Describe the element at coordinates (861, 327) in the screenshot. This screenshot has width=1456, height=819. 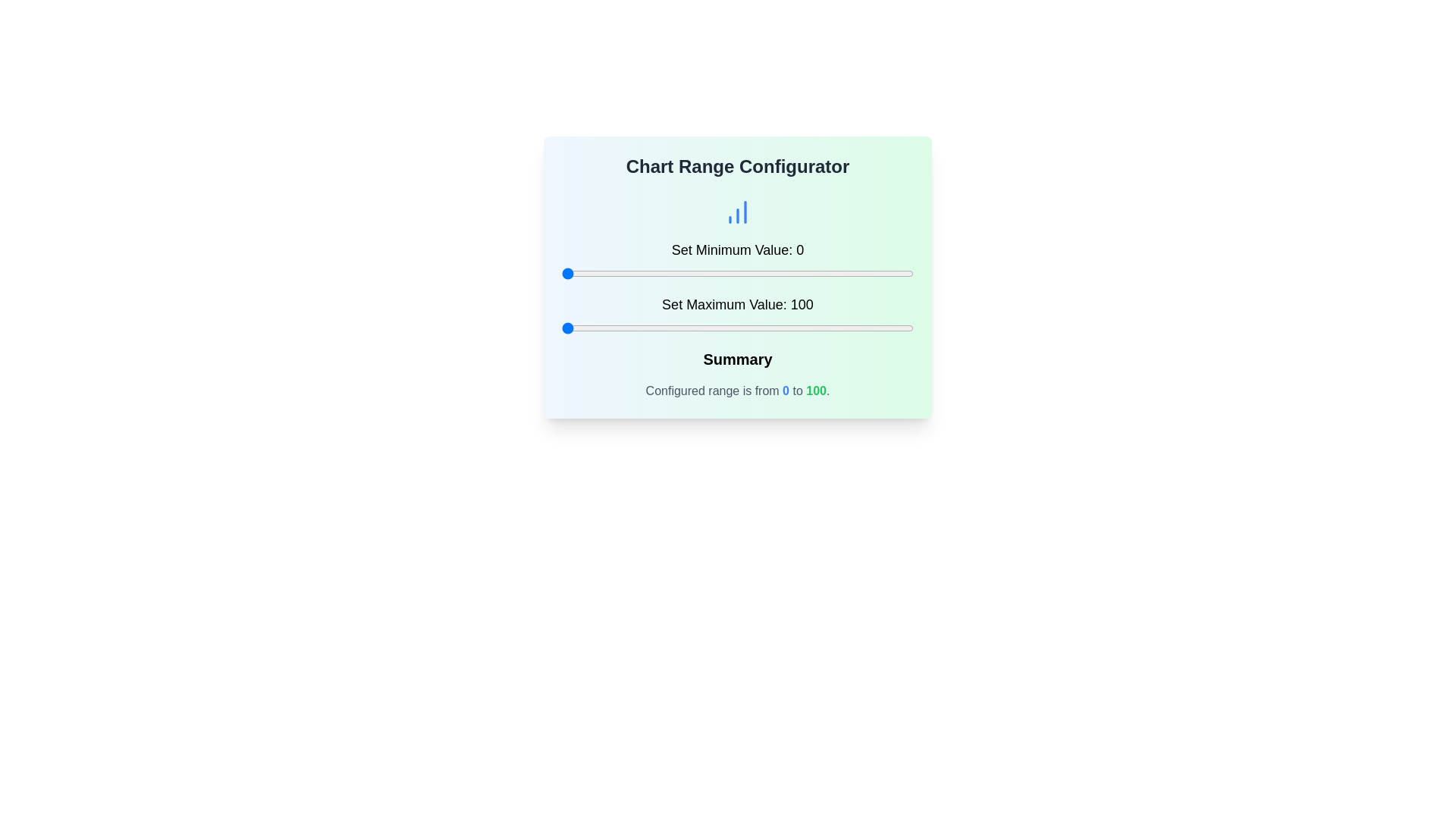
I see `the maximum value slider to set the value to 185` at that location.